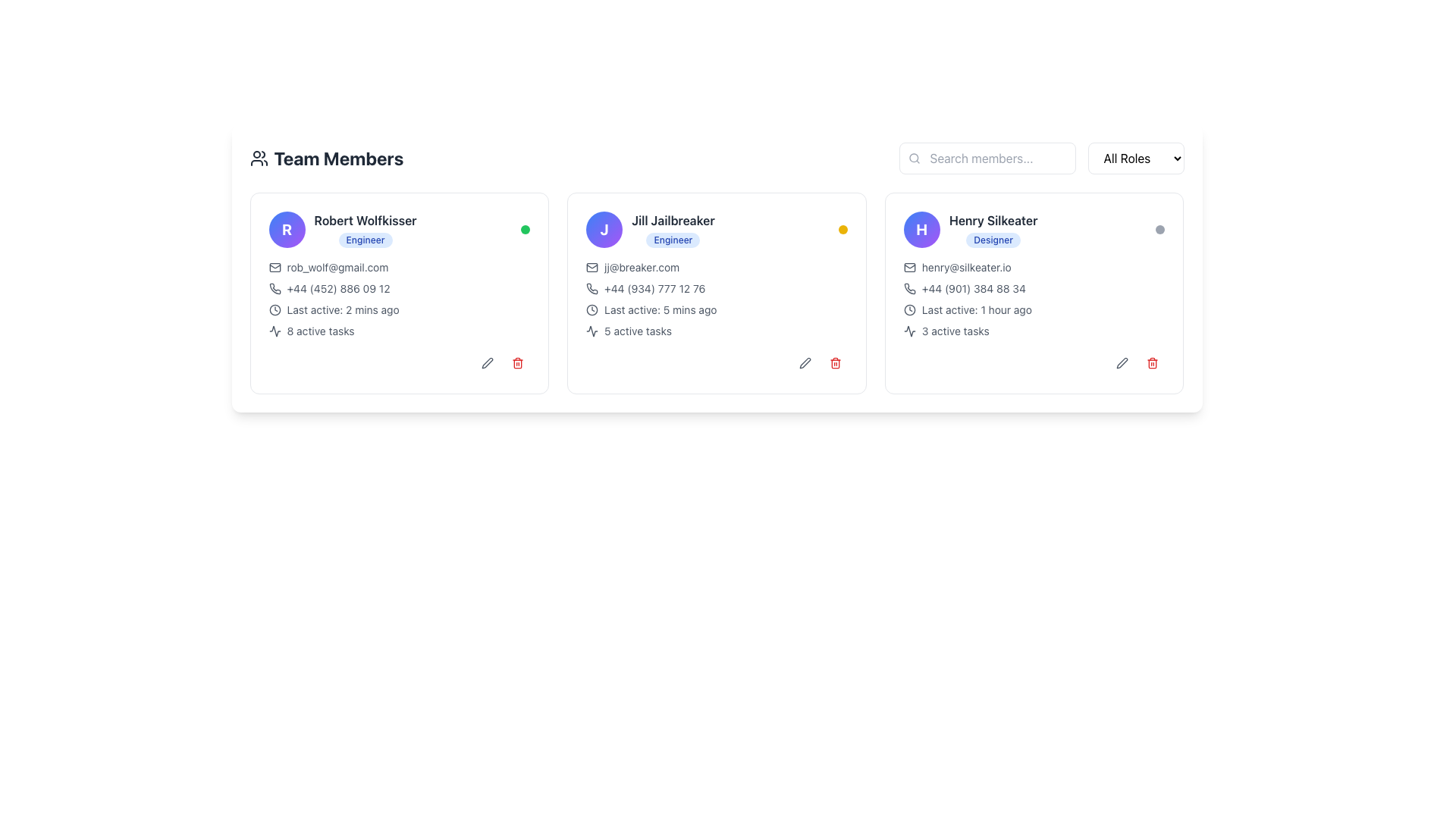  I want to click on the text label group displaying the team member's name and role, located in the rightmost card of three horizontally aligned member cards, above the email and phone number, so click(993, 230).